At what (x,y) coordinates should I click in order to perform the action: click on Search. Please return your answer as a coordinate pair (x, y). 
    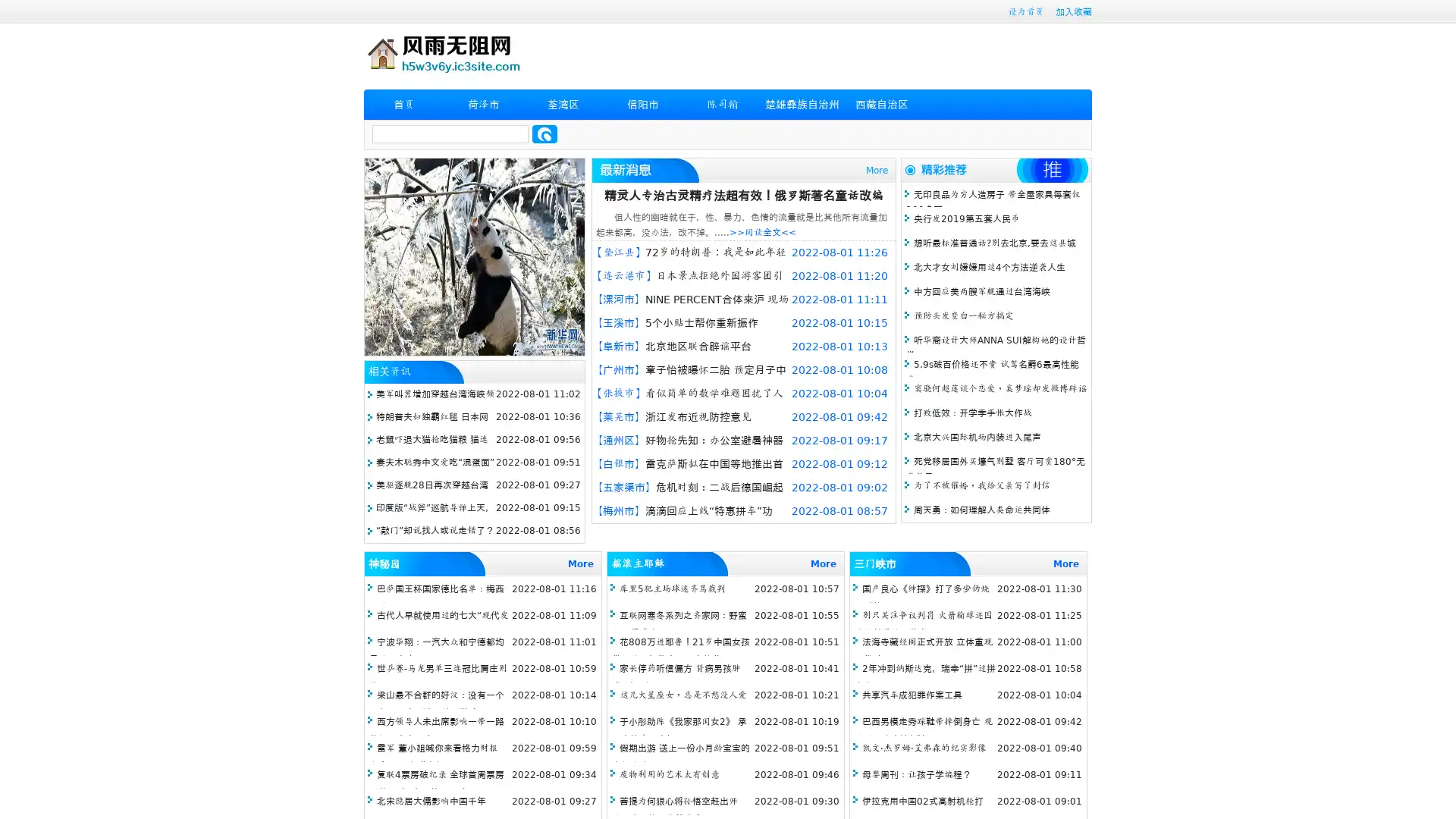
    Looking at the image, I should click on (544, 133).